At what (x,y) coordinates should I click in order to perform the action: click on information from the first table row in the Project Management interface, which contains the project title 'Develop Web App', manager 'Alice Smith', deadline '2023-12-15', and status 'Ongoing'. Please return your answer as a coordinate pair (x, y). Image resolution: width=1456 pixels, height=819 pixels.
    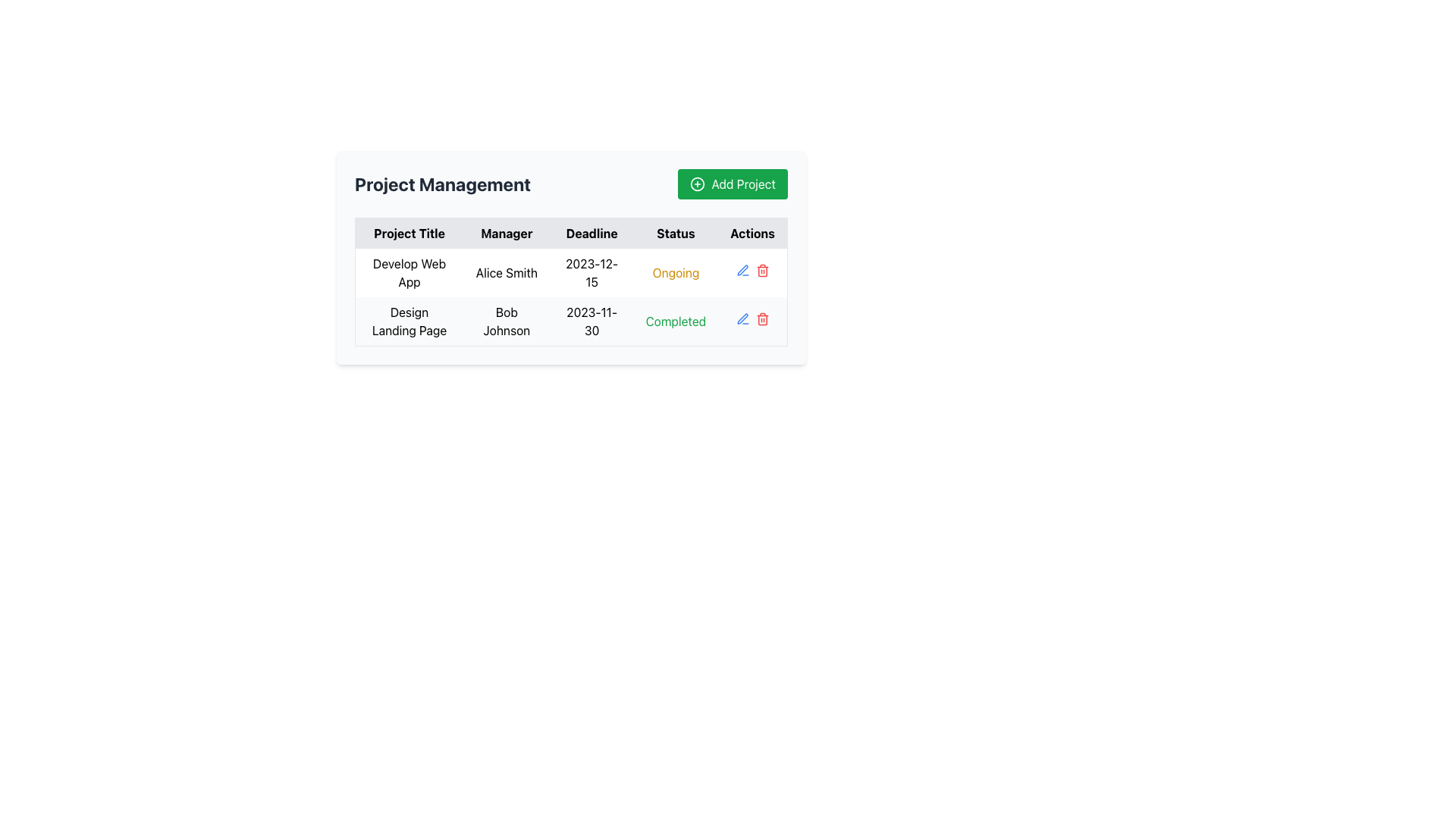
    Looking at the image, I should click on (570, 297).